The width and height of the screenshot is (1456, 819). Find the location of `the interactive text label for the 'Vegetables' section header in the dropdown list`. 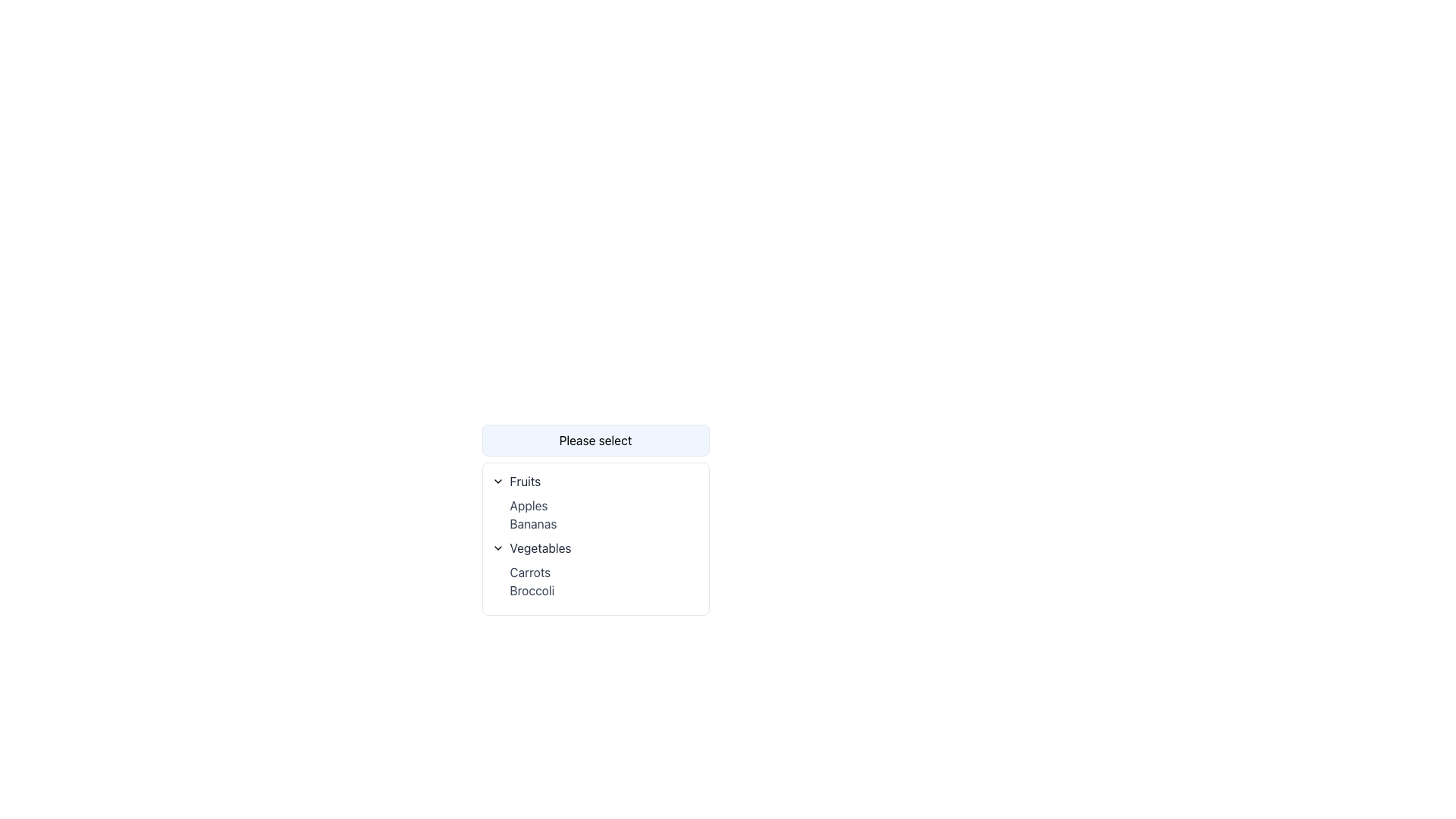

the interactive text label for the 'Vegetables' section header in the dropdown list is located at coordinates (540, 548).